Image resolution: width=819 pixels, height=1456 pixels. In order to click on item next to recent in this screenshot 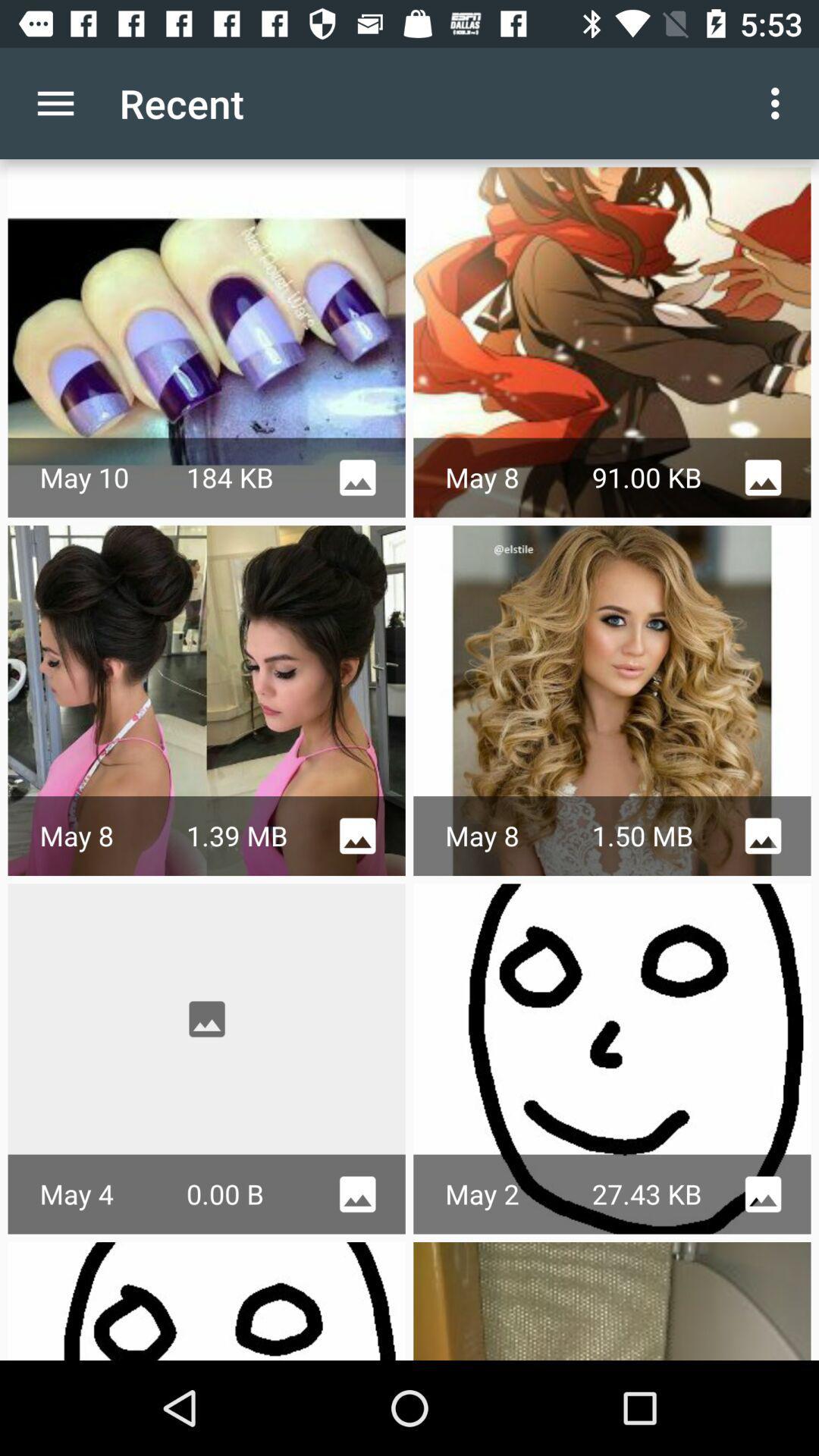, I will do `click(55, 102)`.